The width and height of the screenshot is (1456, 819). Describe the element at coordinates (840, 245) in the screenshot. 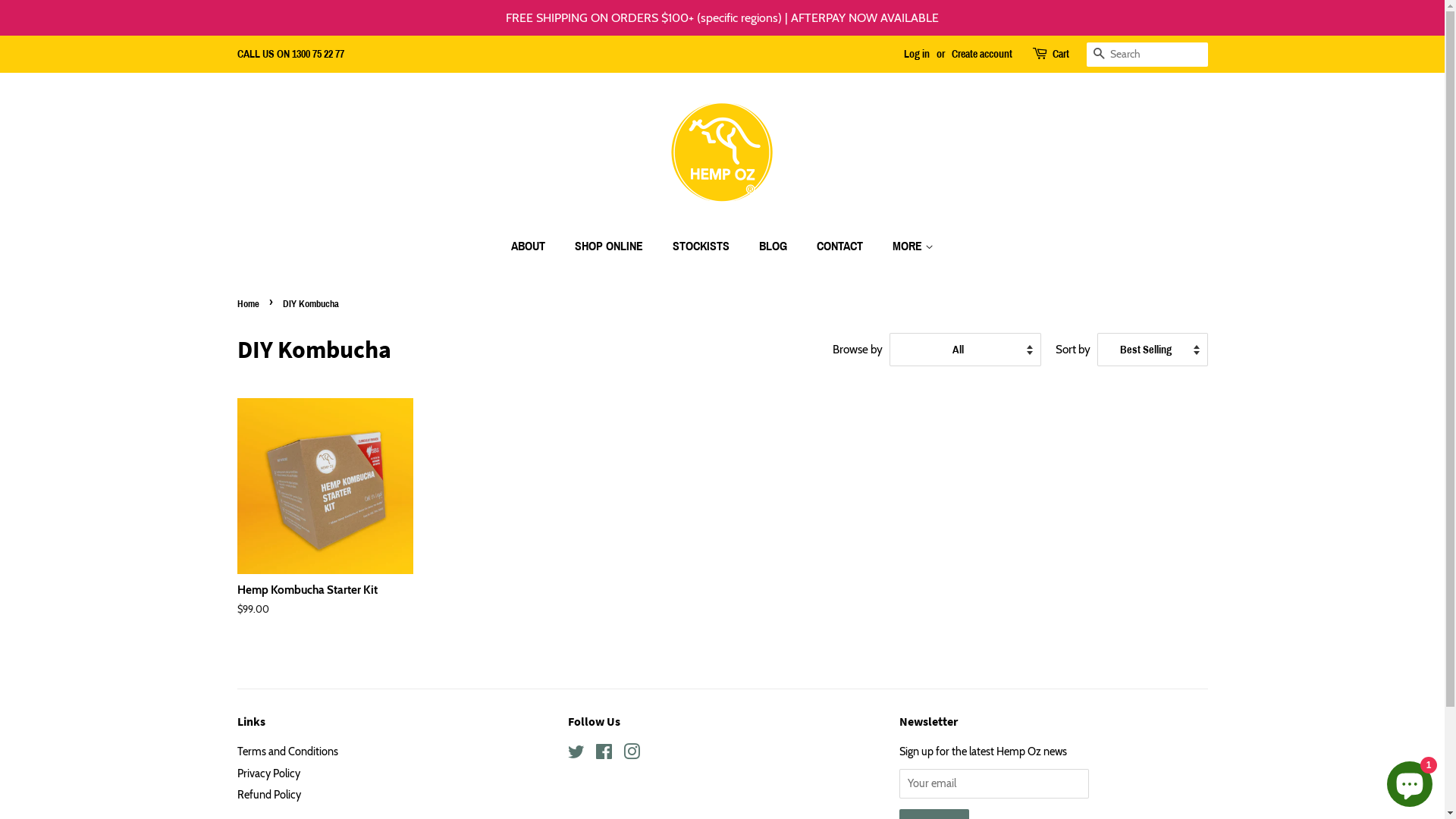

I see `'CONTACT'` at that location.